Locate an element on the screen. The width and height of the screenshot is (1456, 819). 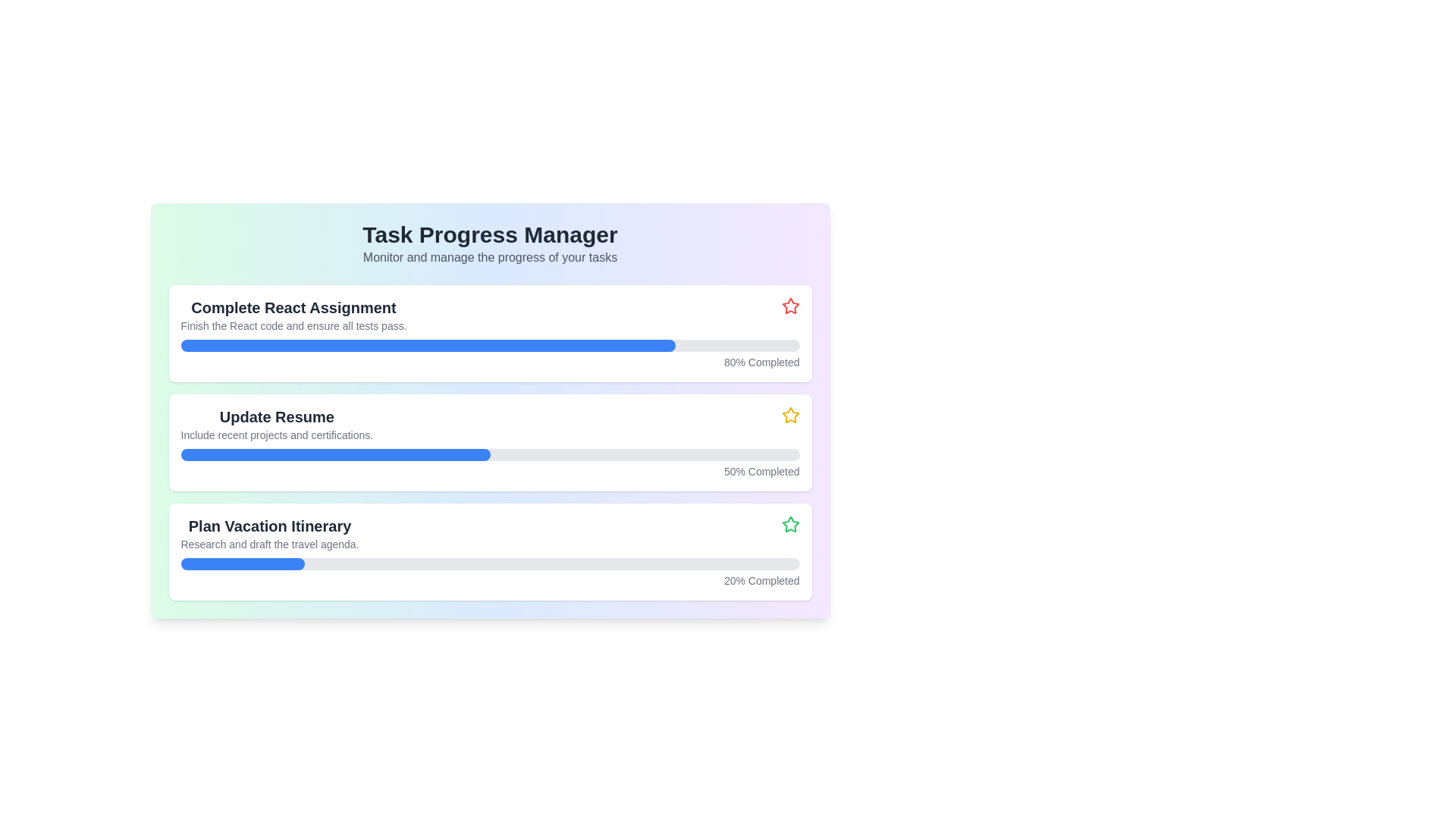
the progress bar located in the third task card labeled 'Plan Vacation Itinerary', which visually represents the completion percentage of the associated task is located at coordinates (490, 564).